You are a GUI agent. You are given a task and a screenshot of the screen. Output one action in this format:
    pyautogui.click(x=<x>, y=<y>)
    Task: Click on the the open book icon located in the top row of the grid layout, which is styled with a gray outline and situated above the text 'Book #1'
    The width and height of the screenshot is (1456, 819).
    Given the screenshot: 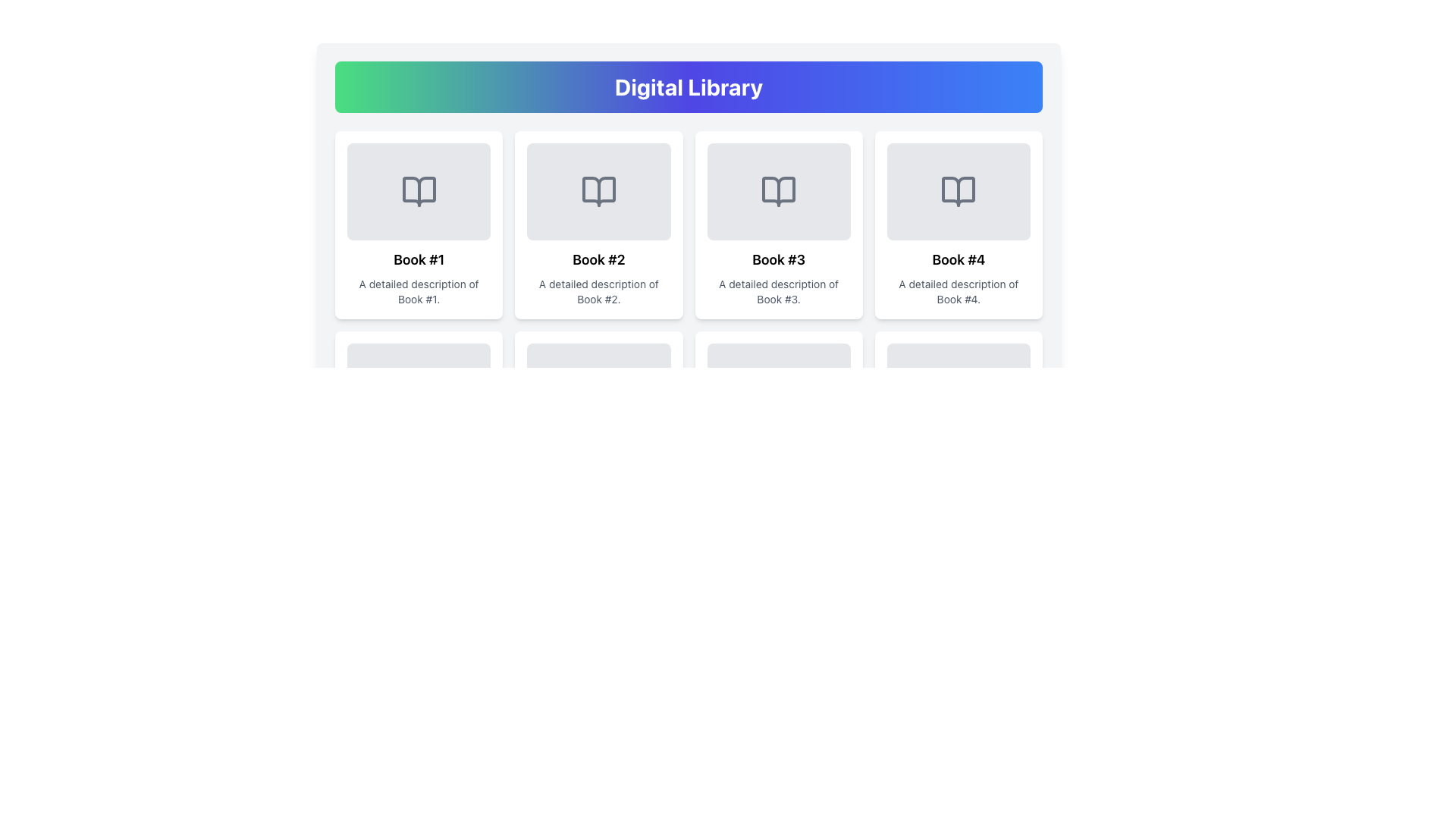 What is the action you would take?
    pyautogui.click(x=419, y=191)
    